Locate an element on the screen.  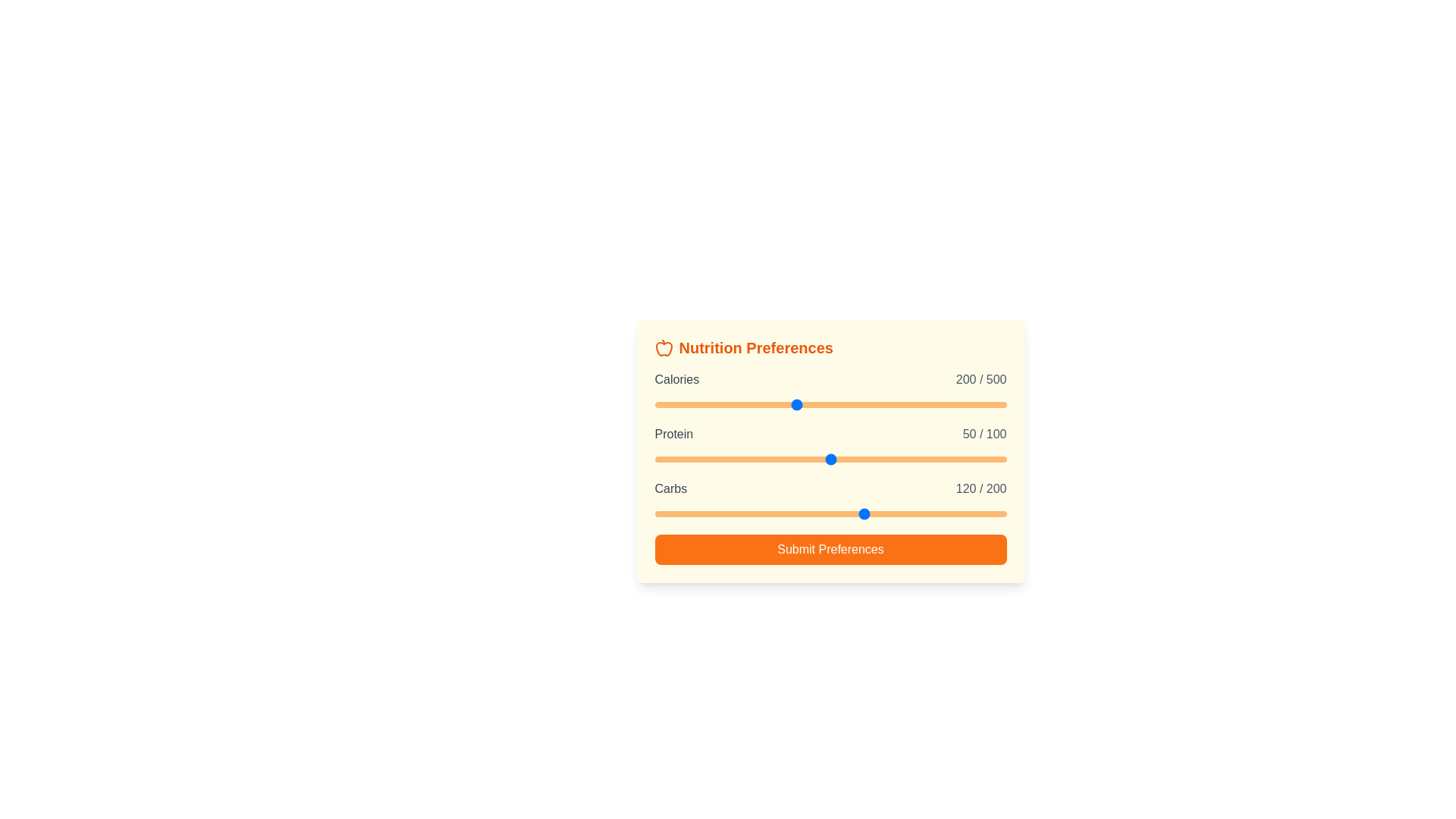
the carbs value is located at coordinates (819, 513).